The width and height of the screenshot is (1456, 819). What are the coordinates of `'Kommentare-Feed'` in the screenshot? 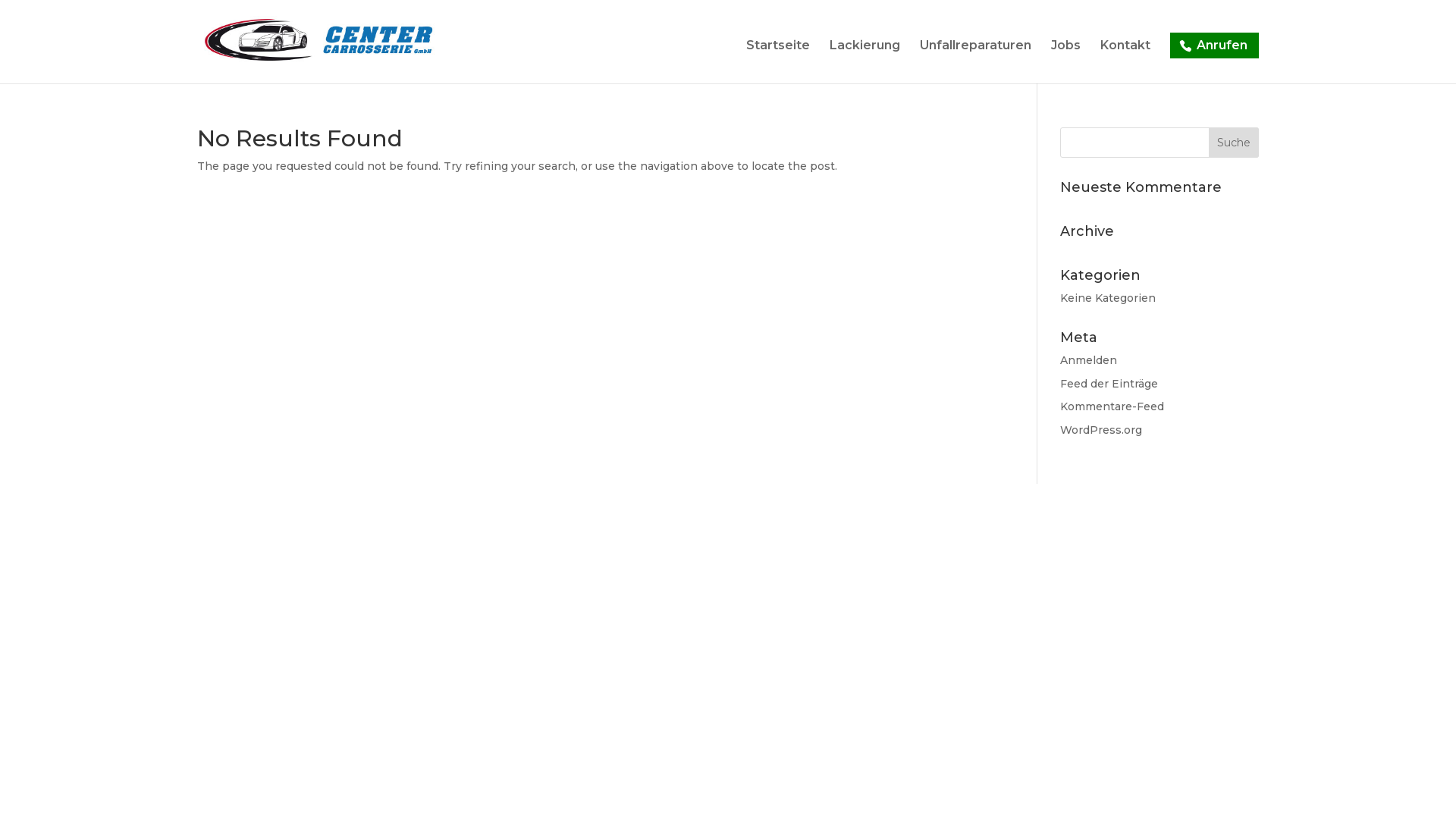 It's located at (1112, 406).